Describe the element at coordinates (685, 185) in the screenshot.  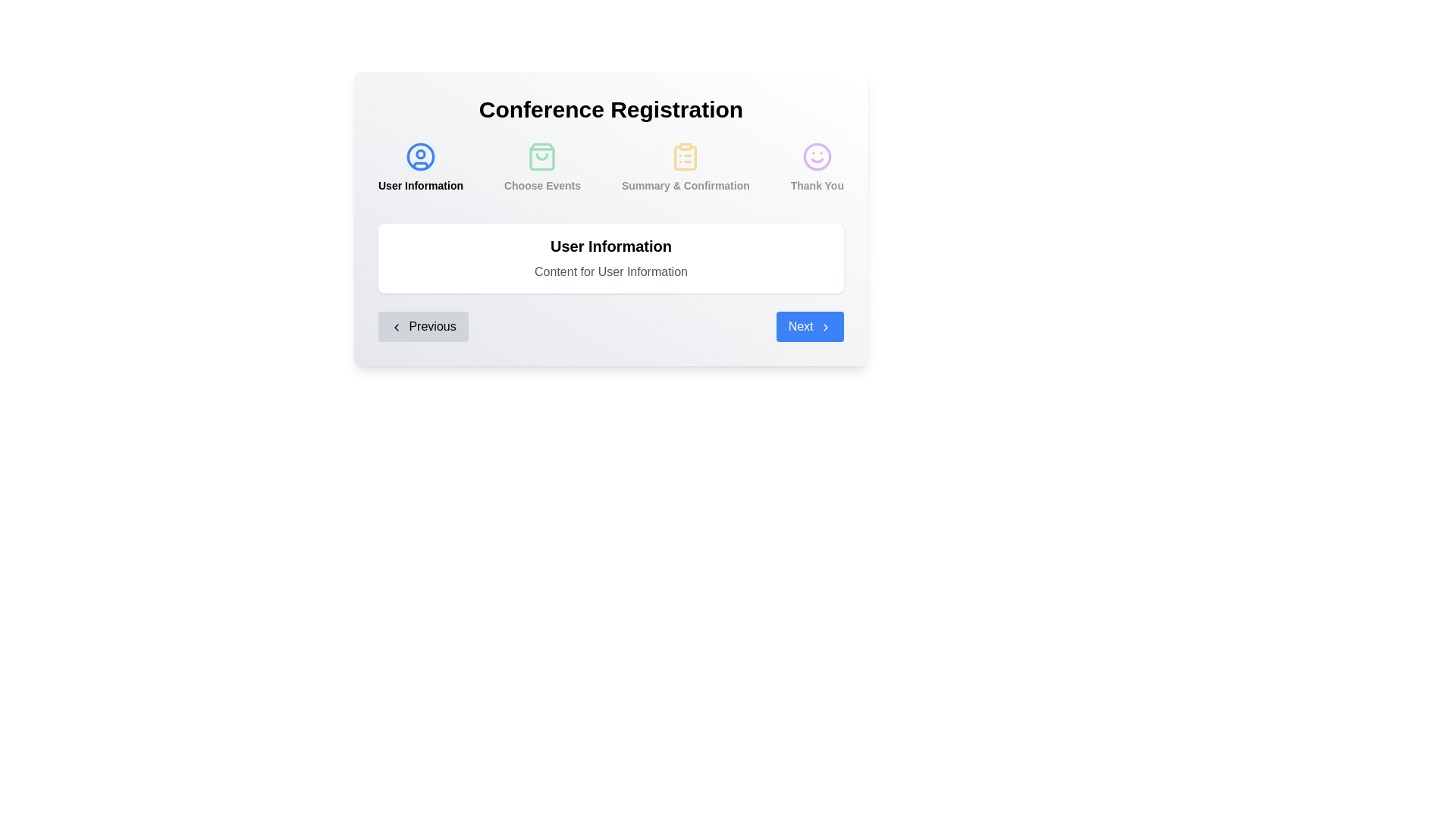
I see `the text label that says 'Summary & Confirmation', which is the third item from the left in the top center of the interface, located beneath a clipboard icon` at that location.